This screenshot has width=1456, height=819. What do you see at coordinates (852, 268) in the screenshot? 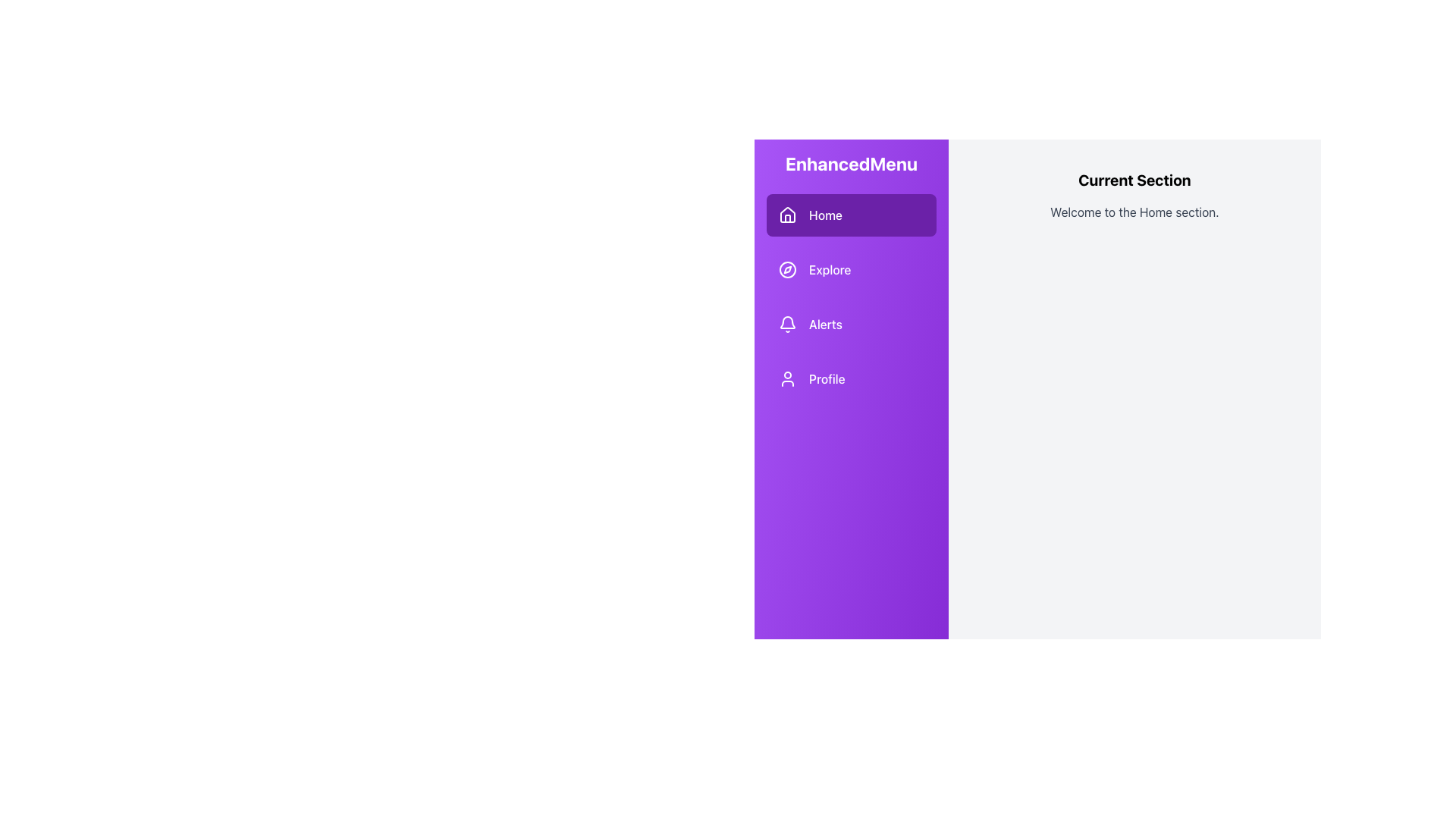
I see `the 'Explore' navigation button, which is the second option in the vertical menu list, located below the 'Home' option and above the 'Alerts' option` at bounding box center [852, 268].